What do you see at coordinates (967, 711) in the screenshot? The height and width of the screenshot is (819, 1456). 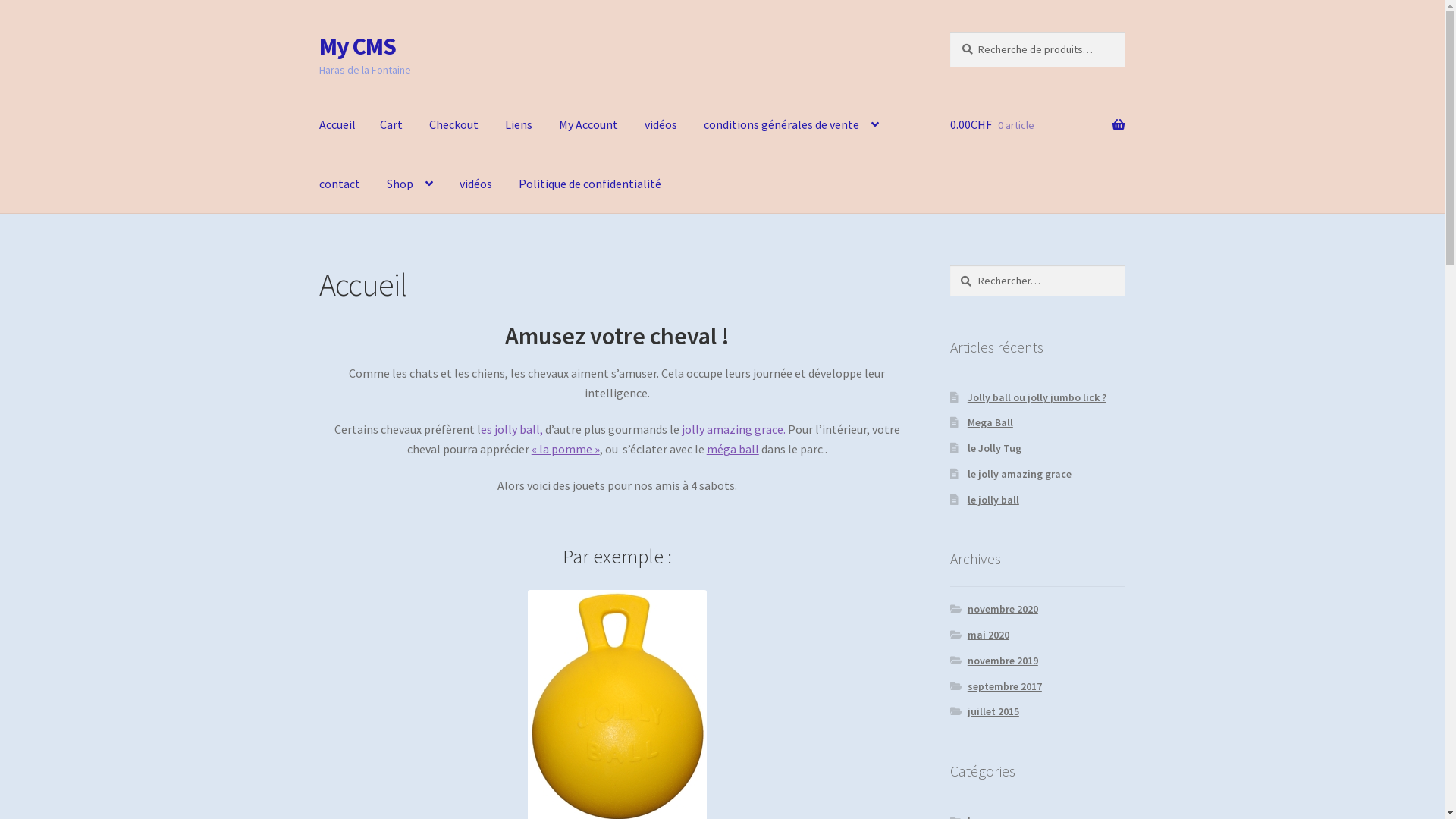 I see `'juillet 2015'` at bounding box center [967, 711].